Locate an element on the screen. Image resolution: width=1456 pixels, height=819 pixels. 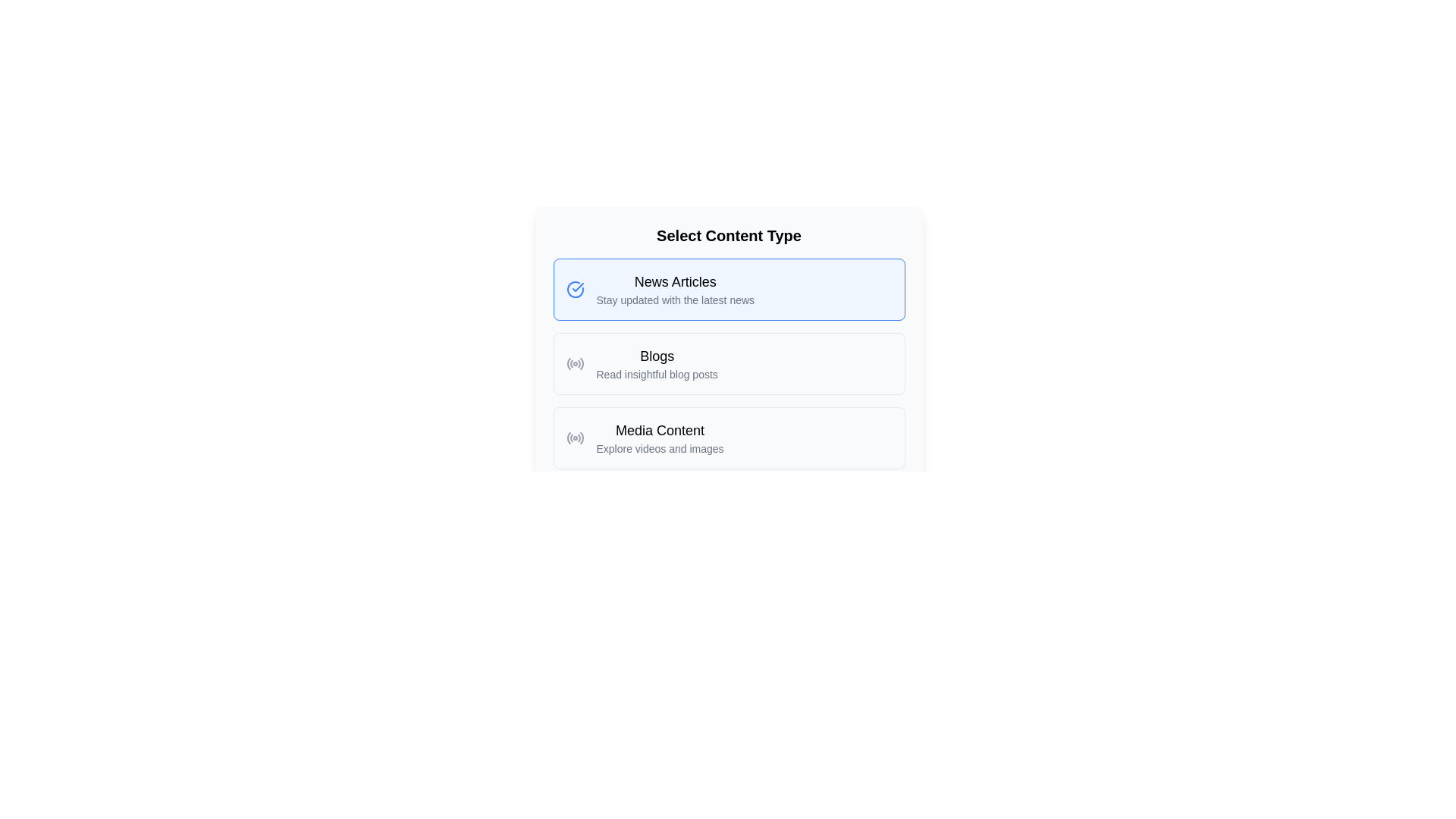
the second selectable option in the list titled 'Select Content Type' is located at coordinates (729, 363).